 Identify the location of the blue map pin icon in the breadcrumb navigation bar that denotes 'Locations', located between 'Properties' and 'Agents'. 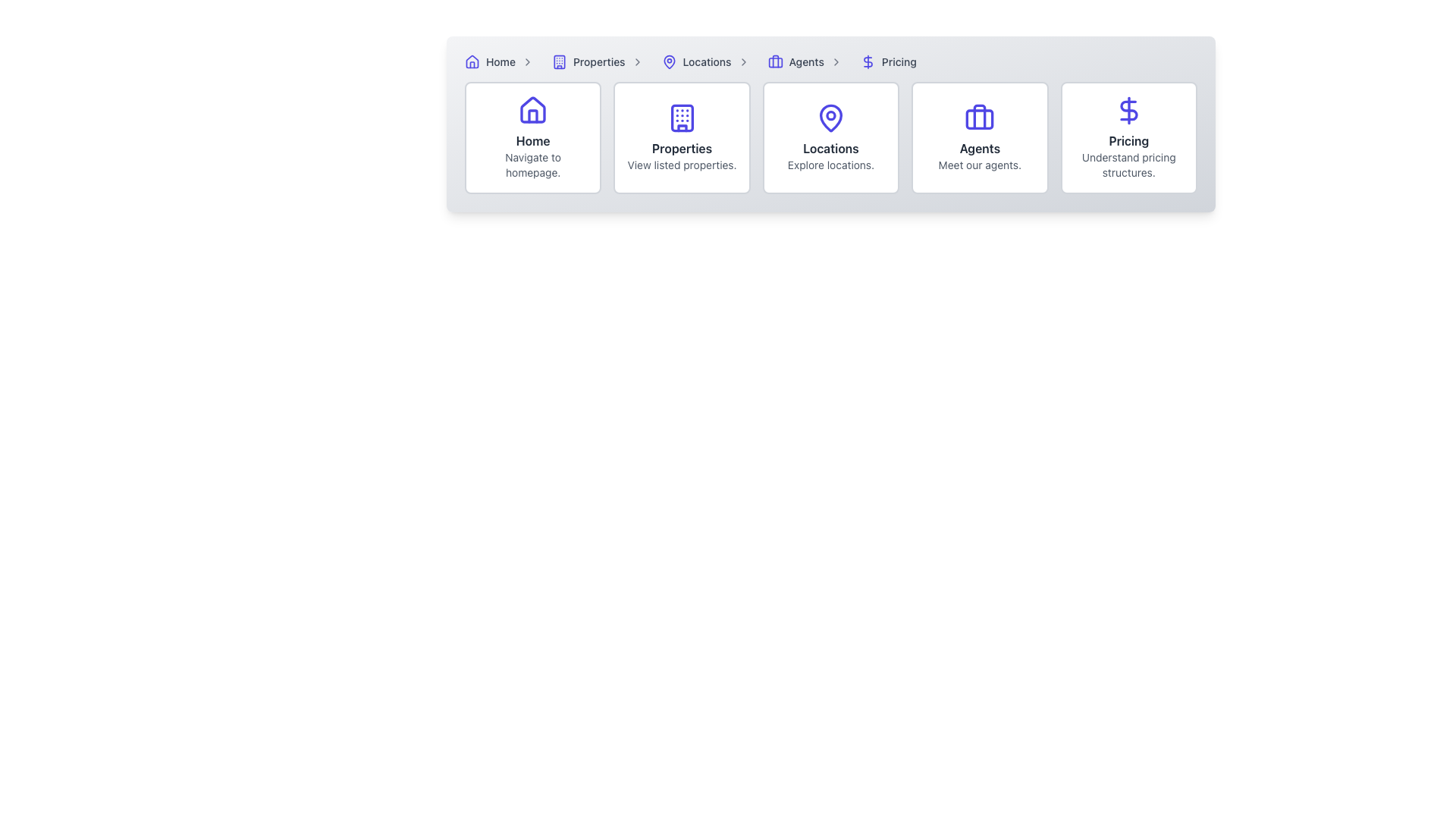
(668, 61).